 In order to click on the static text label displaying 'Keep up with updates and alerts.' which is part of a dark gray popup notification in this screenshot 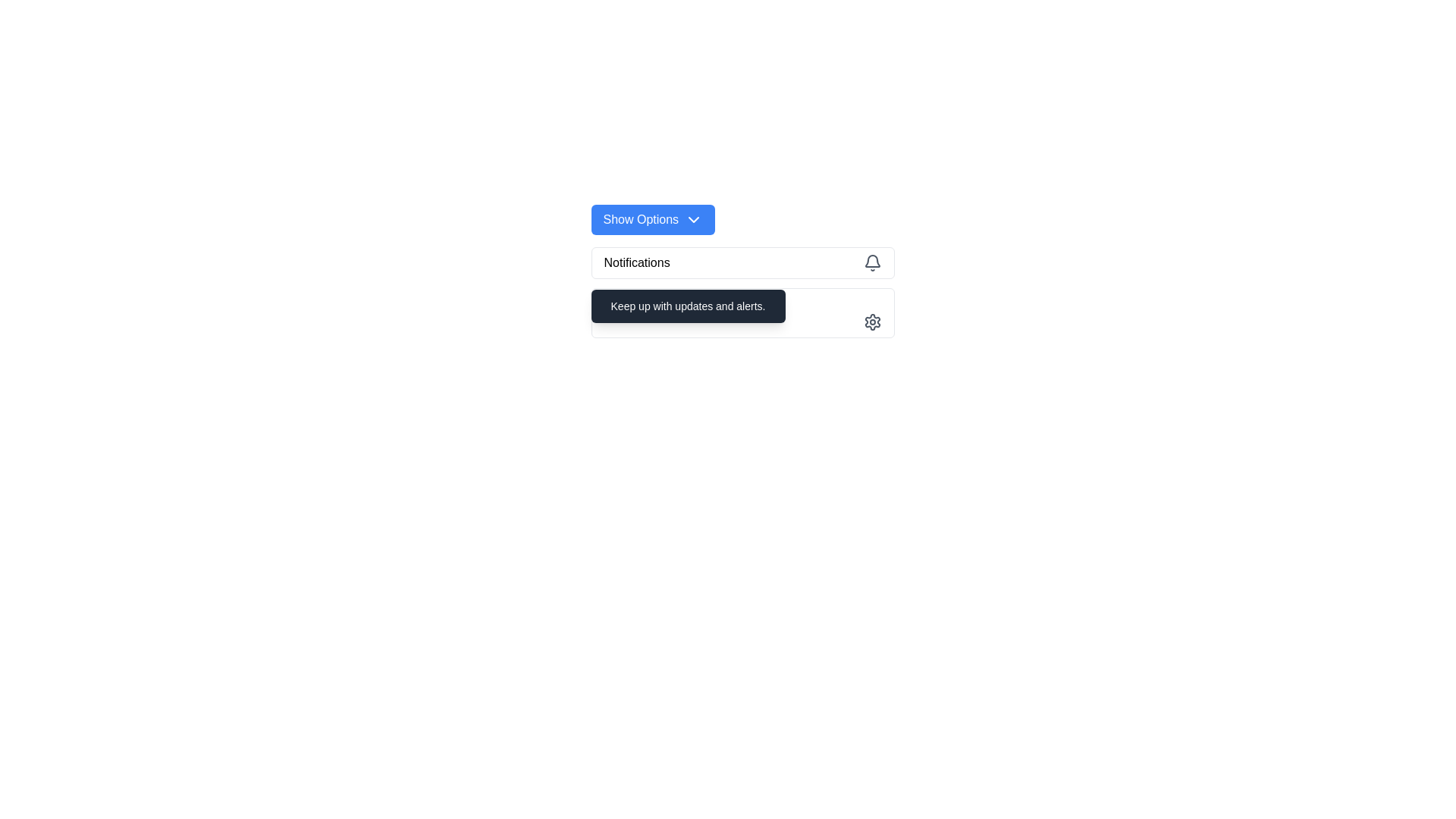, I will do `click(687, 306)`.